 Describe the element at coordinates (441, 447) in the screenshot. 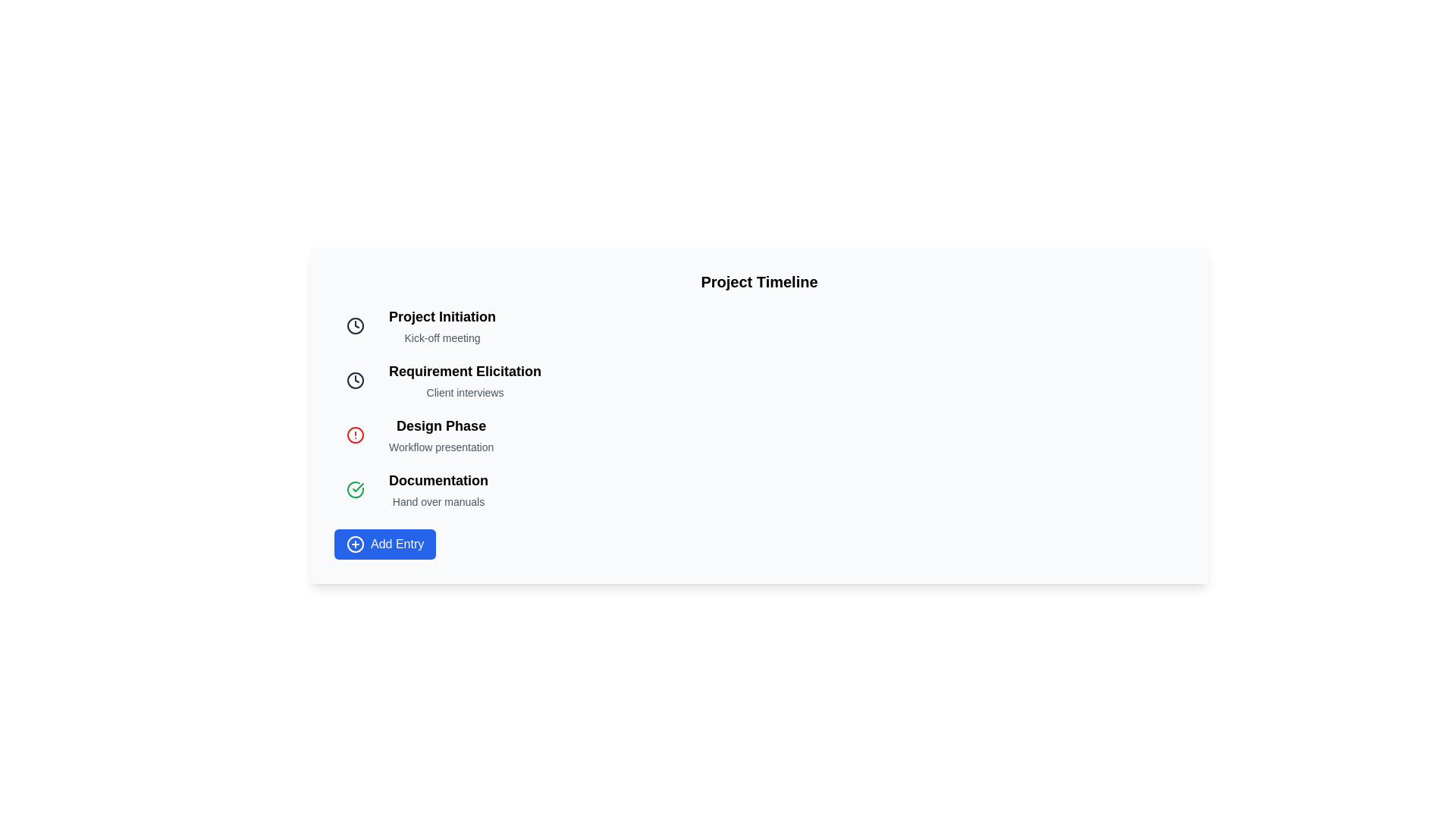

I see `the text label displaying 'Workflow presentation' located underneath the 'Design Phase' header in the timeline section` at that location.